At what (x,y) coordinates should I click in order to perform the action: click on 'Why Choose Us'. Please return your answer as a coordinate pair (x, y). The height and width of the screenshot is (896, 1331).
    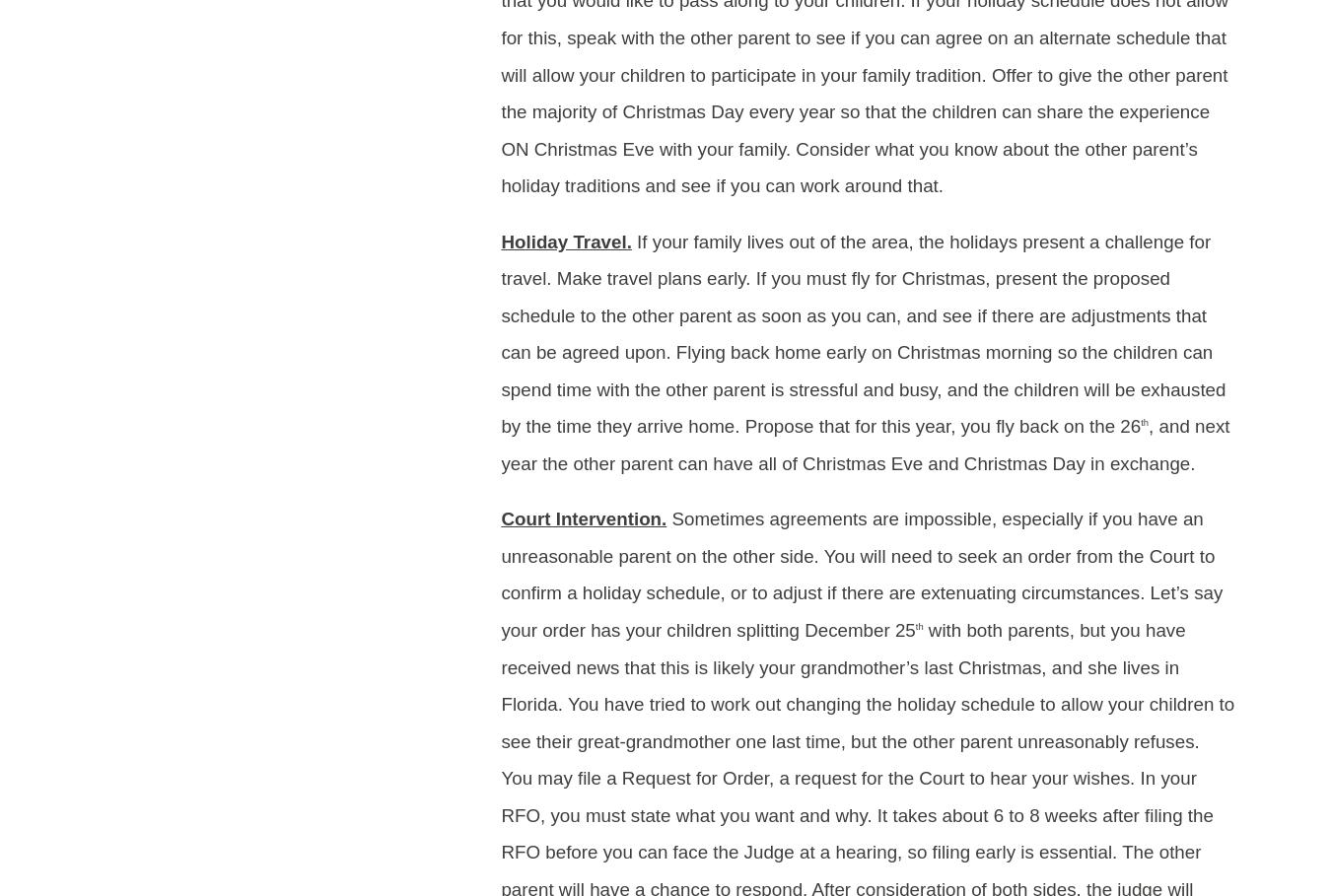
    Looking at the image, I should click on (917, 67).